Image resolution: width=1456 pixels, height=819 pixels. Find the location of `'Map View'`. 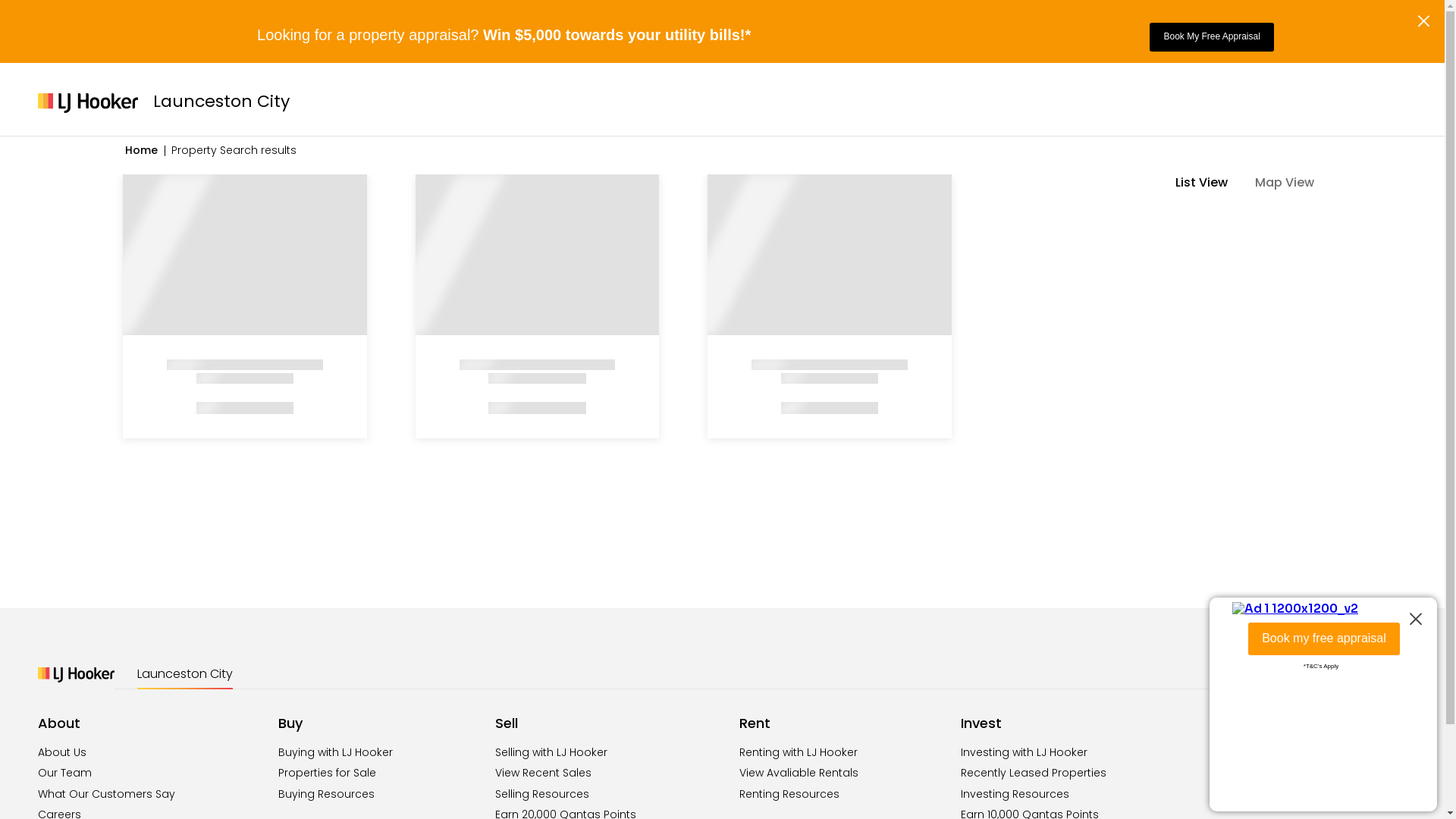

'Map View' is located at coordinates (1291, 181).